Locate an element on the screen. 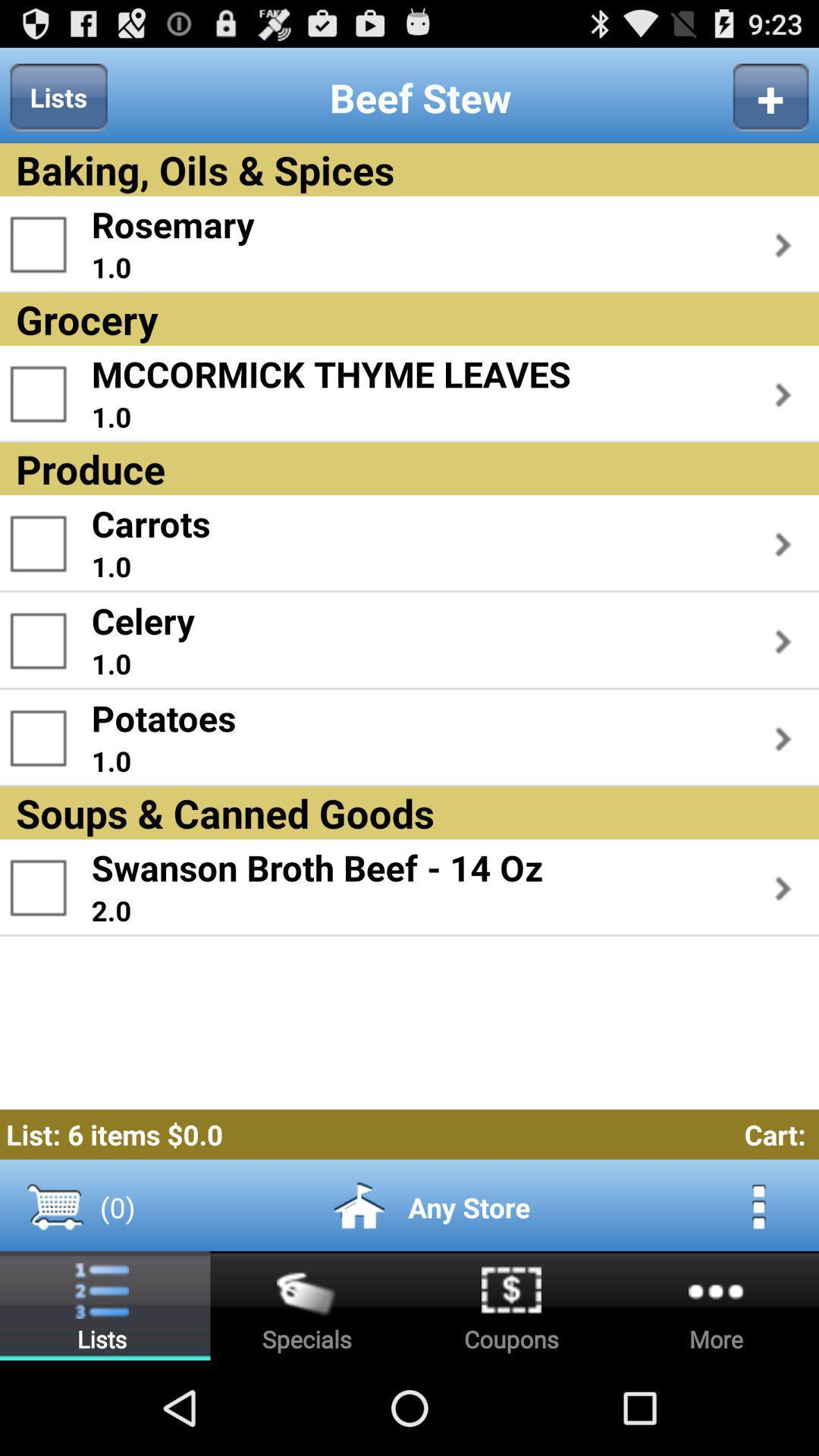 This screenshot has height=1456, width=819. the more icon is located at coordinates (758, 1291).